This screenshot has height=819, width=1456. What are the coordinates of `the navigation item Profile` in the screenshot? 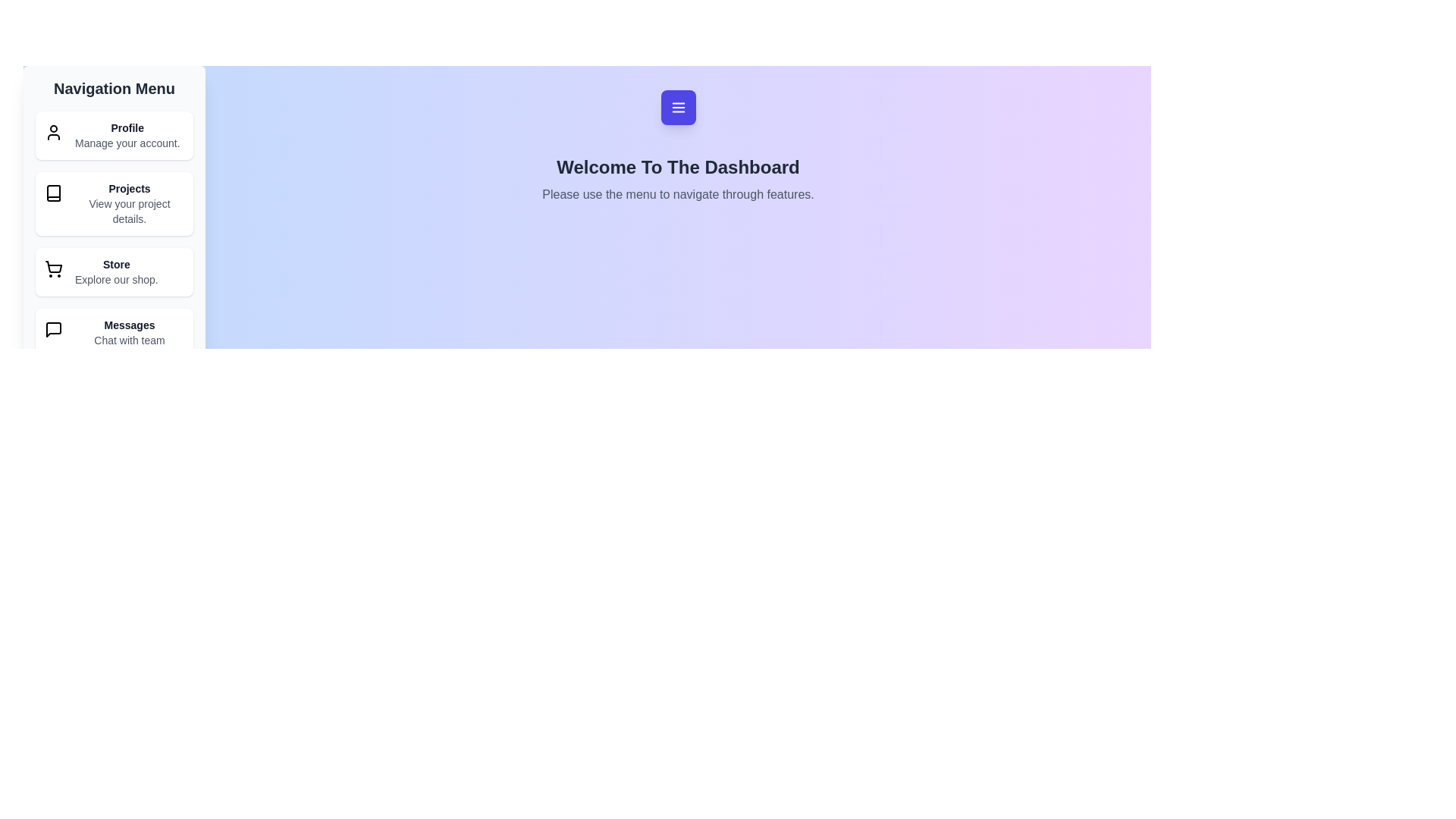 It's located at (113, 134).